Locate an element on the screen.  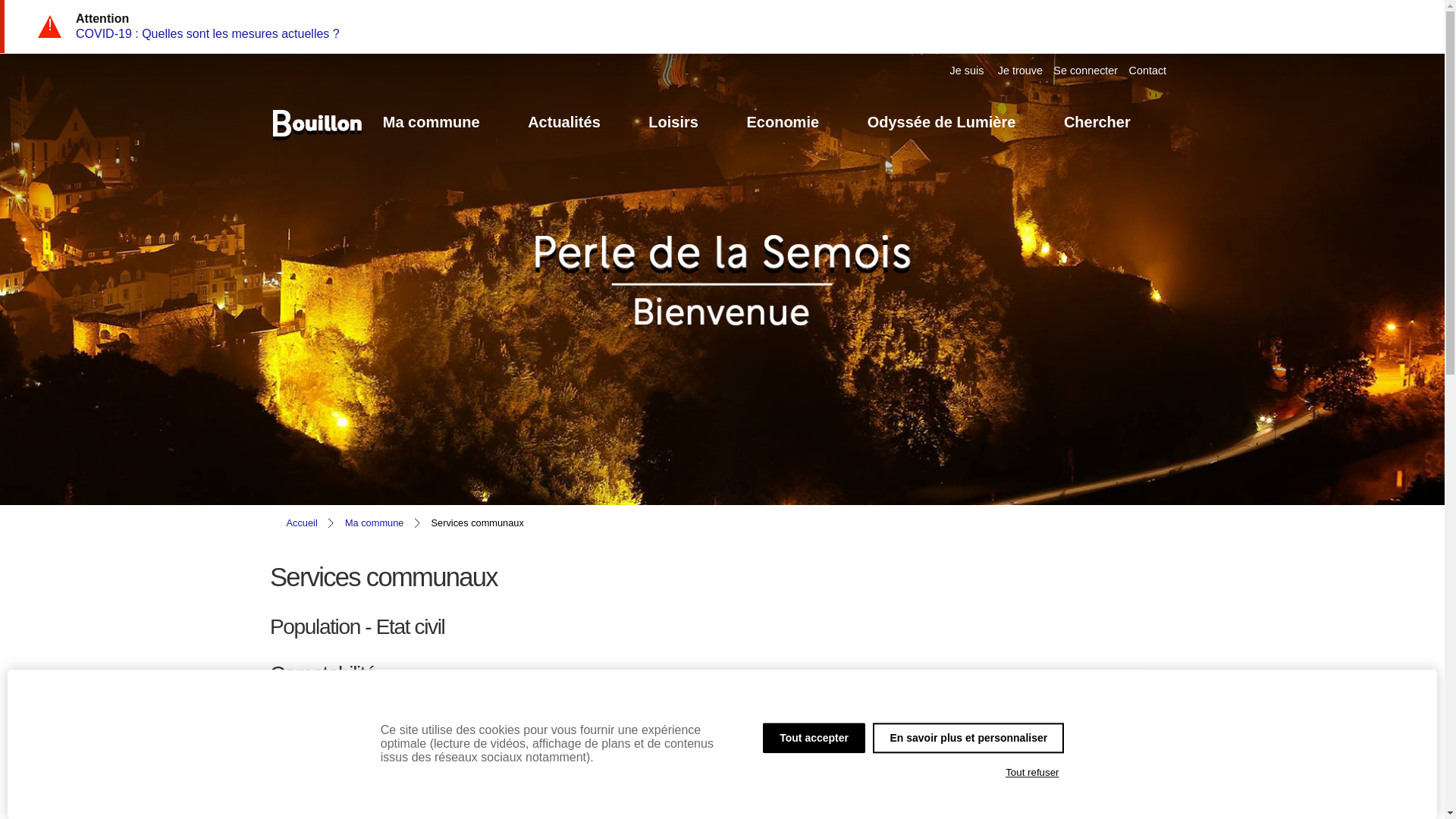
'Accueil' is located at coordinates (302, 522).